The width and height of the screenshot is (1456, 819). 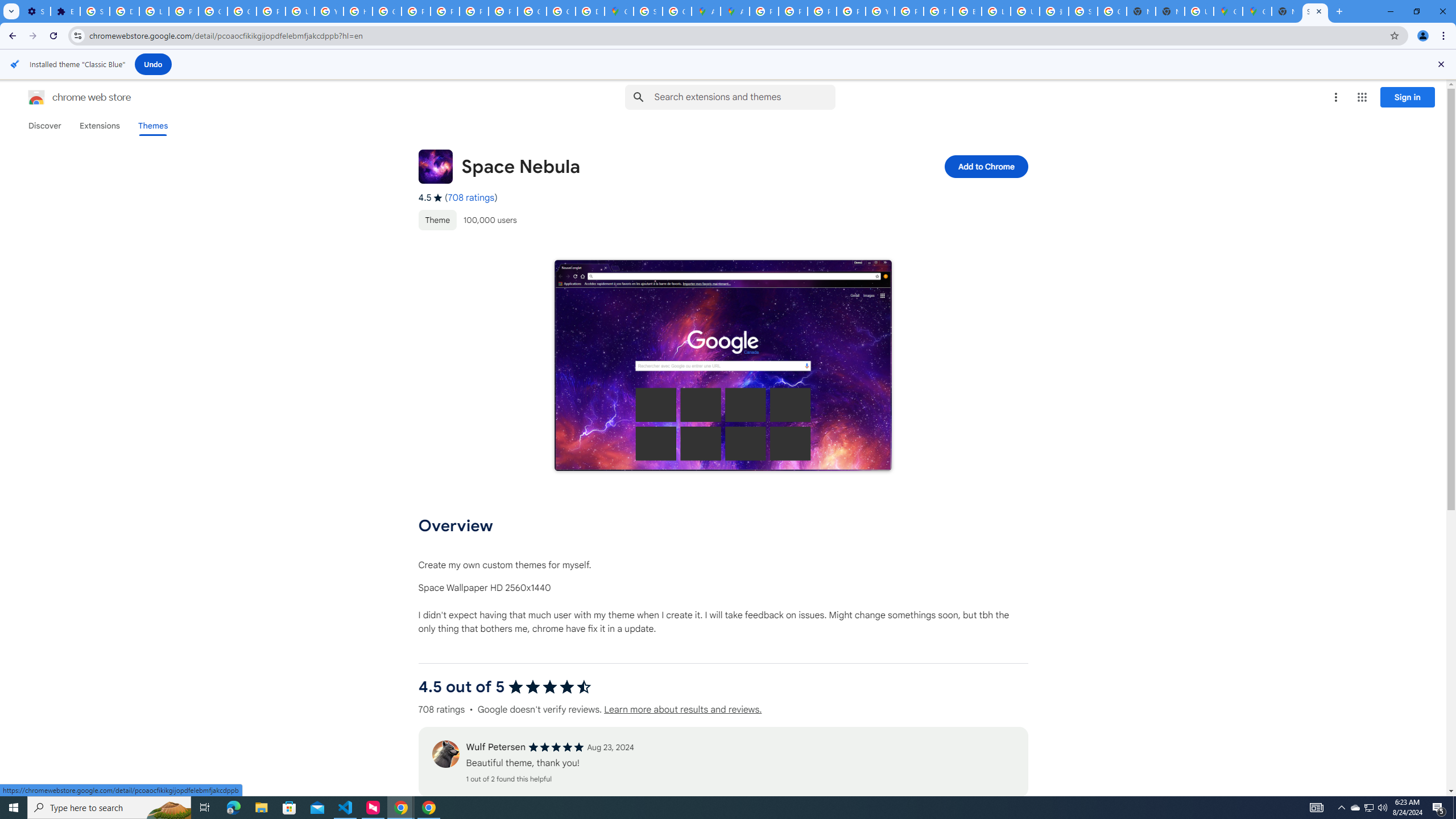 I want to click on 'Sign in - Google Accounts', so click(x=95, y=11).